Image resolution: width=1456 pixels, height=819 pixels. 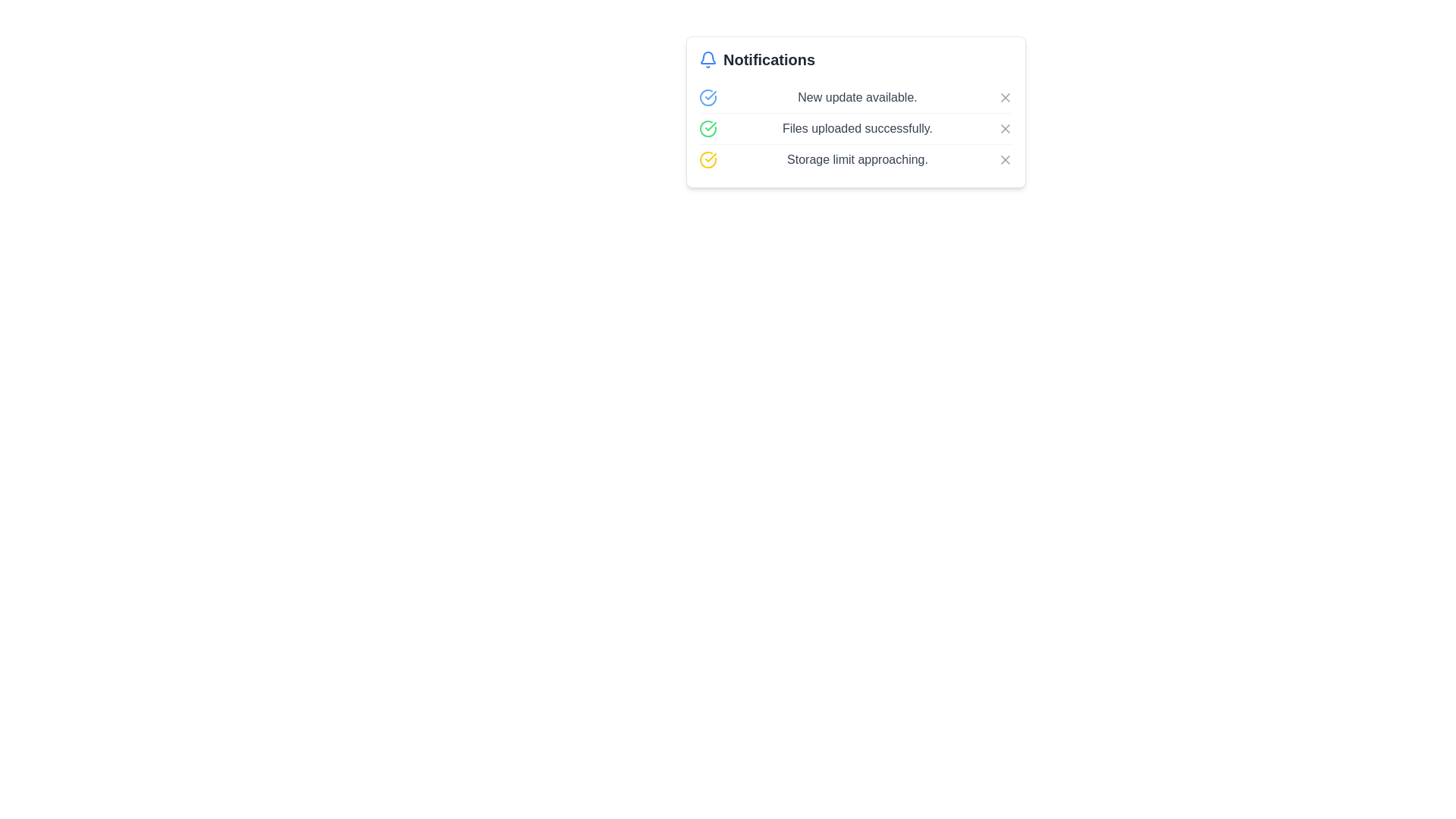 What do you see at coordinates (1005, 127) in the screenshot?
I see `the Close icon segment located to the right of the text 'Files uploaded successfully' in the notification panel` at bounding box center [1005, 127].